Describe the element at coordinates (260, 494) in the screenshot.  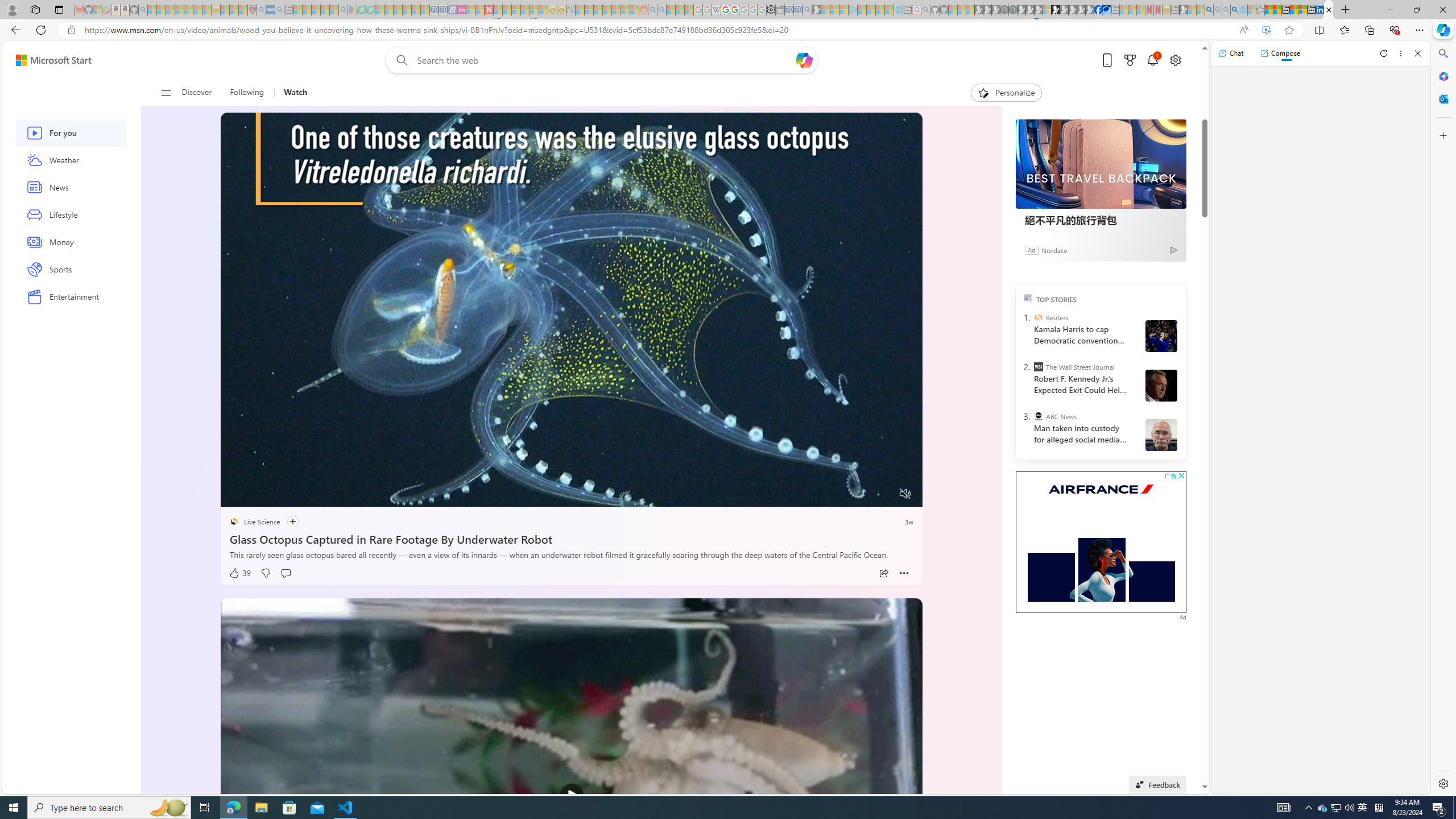
I see `'Seek Back'` at that location.